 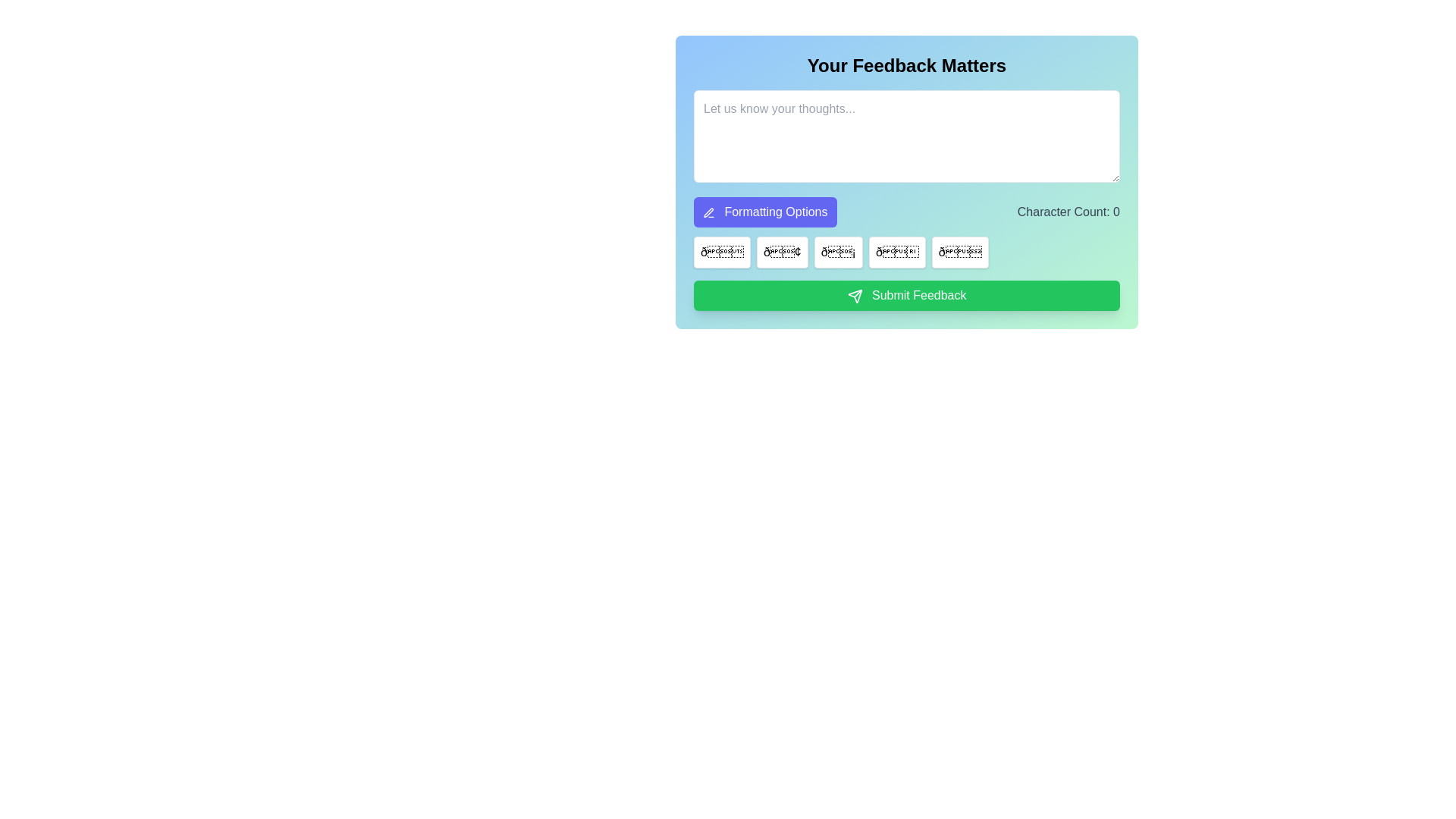 What do you see at coordinates (782, 251) in the screenshot?
I see `the square-shaped button with a white background and a sad face emoji, which is the second button in a row of five aligned buttons` at bounding box center [782, 251].